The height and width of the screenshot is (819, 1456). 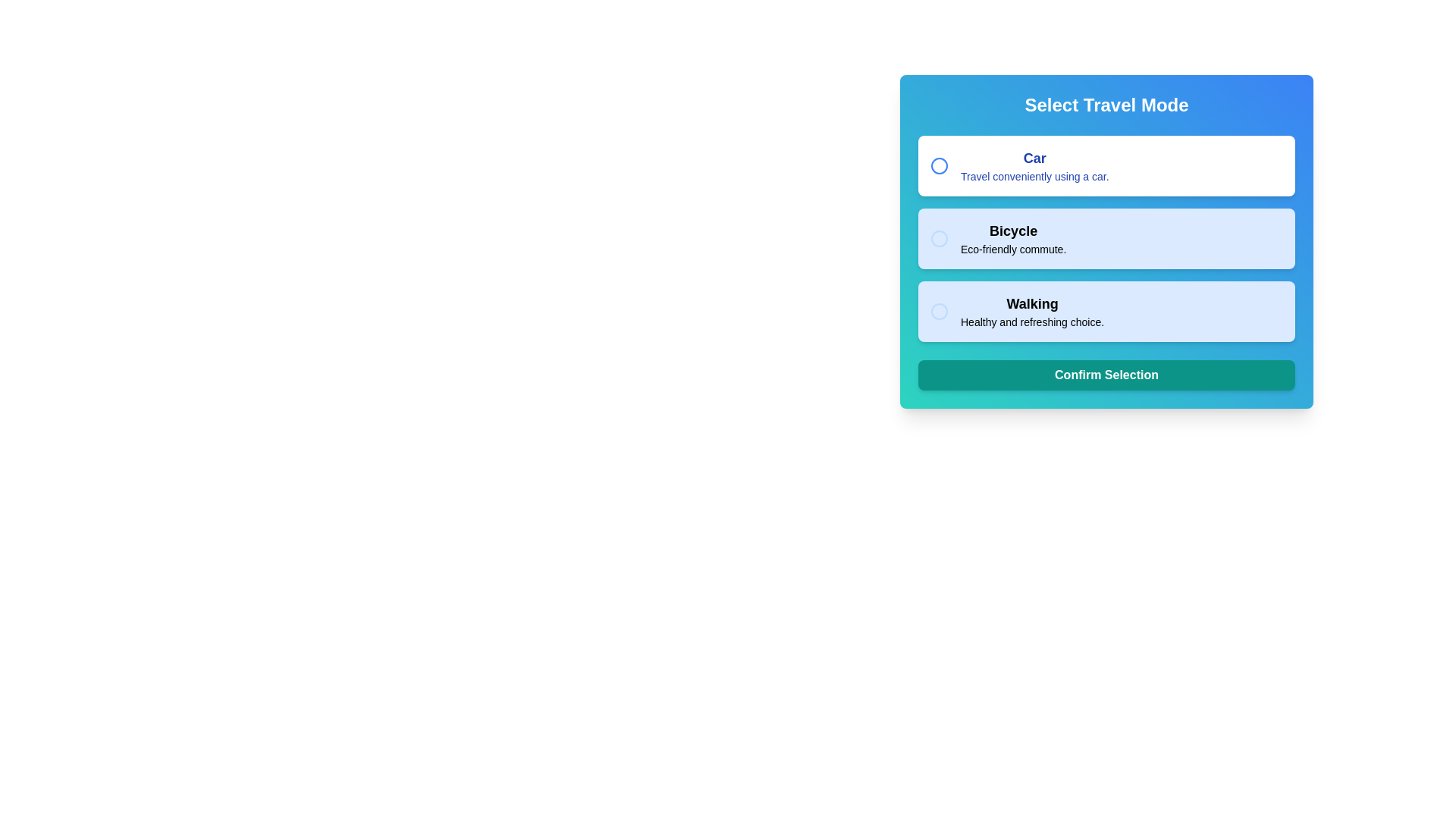 What do you see at coordinates (1013, 248) in the screenshot?
I see `the text label displaying 'Eco-friendly commute' positioned below the primary label 'Bicycle' in the travel modes section` at bounding box center [1013, 248].